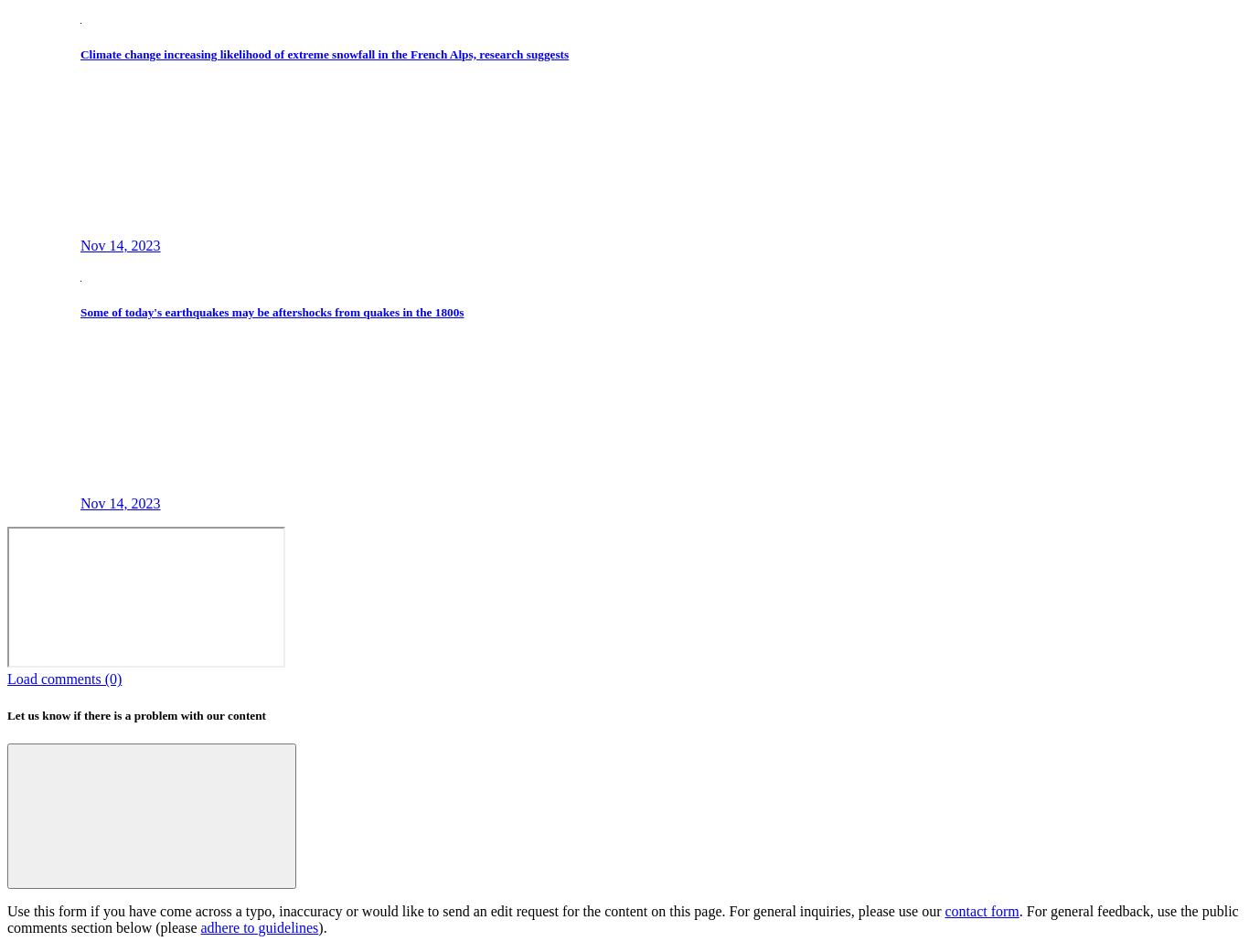 The width and height of the screenshot is (1249, 952). What do you see at coordinates (475, 910) in the screenshot?
I see `'Use this form if you have come across a typo, inaccuracy or would like to send an edit request for the content on this page.
											For general inquiries, please use our'` at bounding box center [475, 910].